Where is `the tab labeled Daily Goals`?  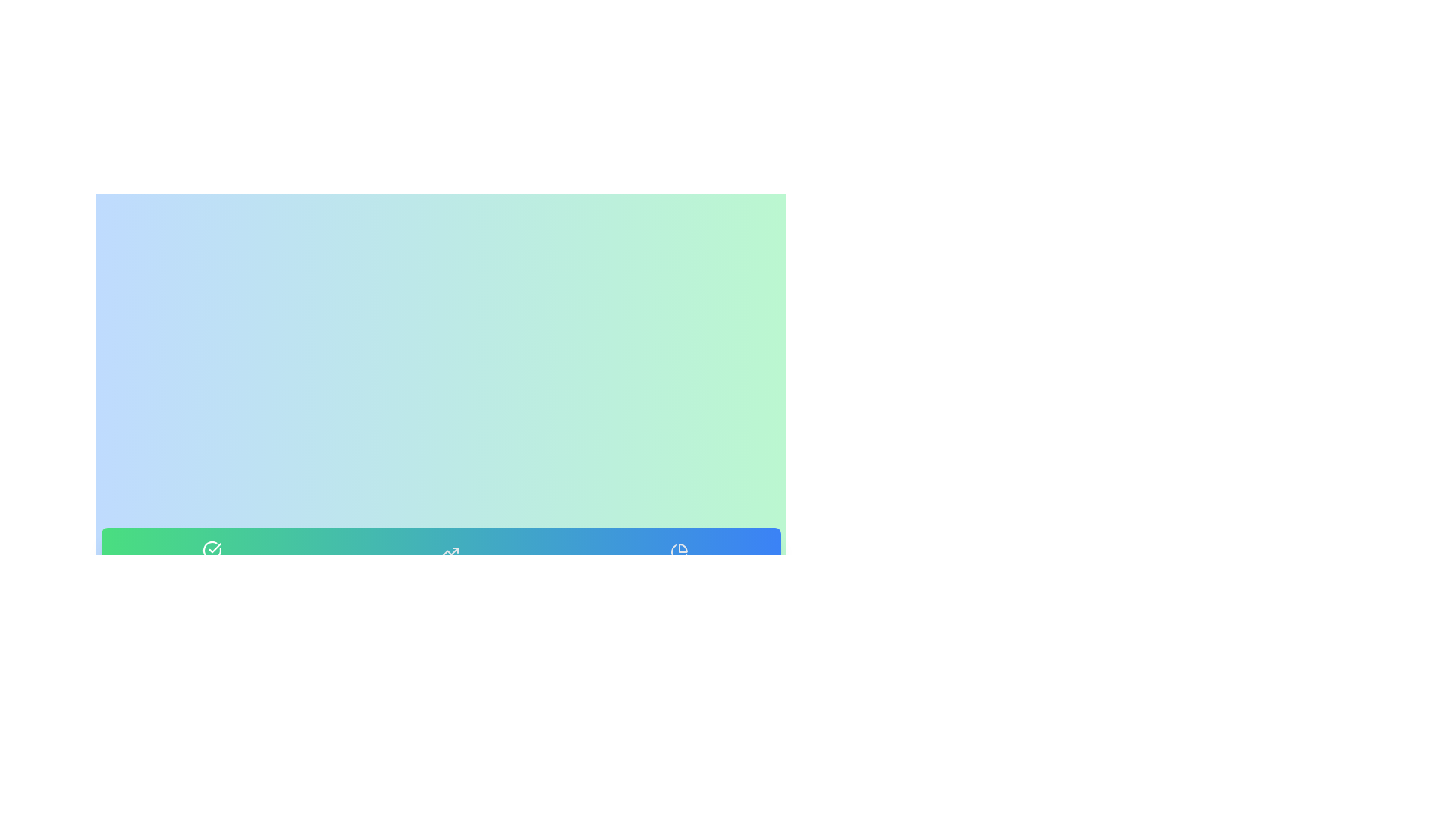 the tab labeled Daily Goals is located at coordinates (211, 567).